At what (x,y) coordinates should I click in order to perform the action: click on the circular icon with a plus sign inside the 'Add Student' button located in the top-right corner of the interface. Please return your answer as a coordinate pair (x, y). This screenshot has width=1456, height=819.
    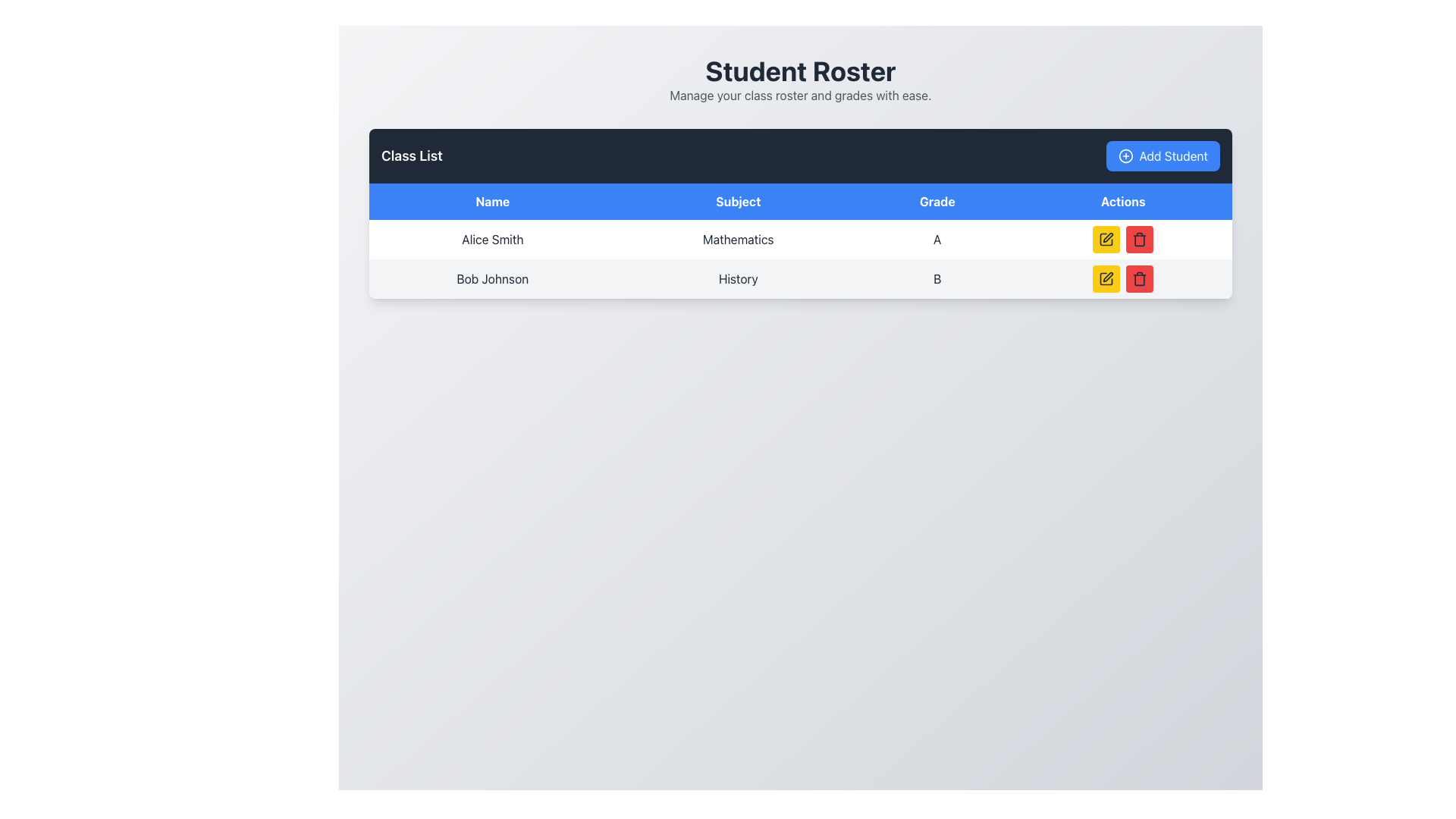
    Looking at the image, I should click on (1125, 155).